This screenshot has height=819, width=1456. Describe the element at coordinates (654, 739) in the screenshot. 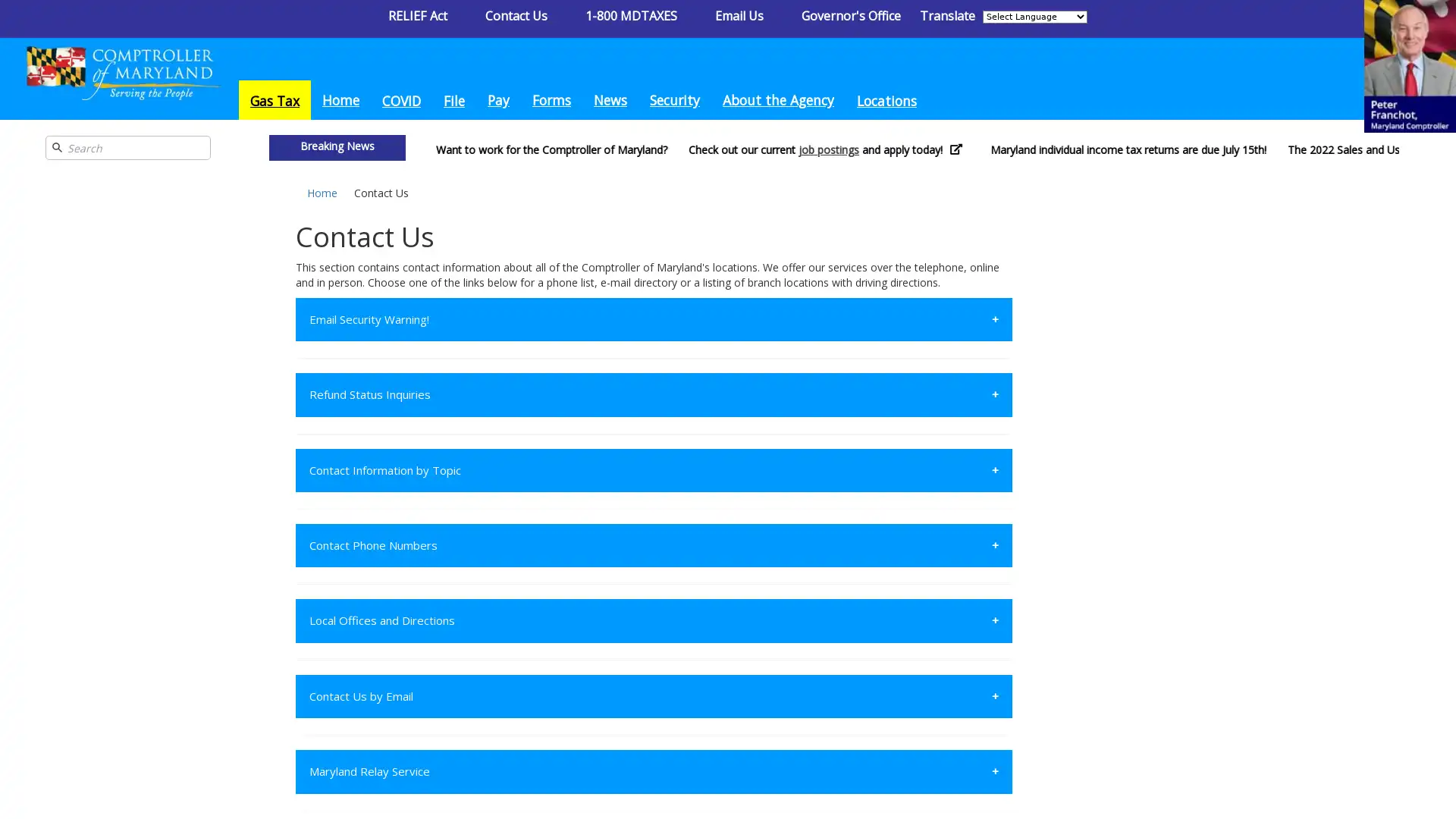

I see `State License Bureau +` at that location.